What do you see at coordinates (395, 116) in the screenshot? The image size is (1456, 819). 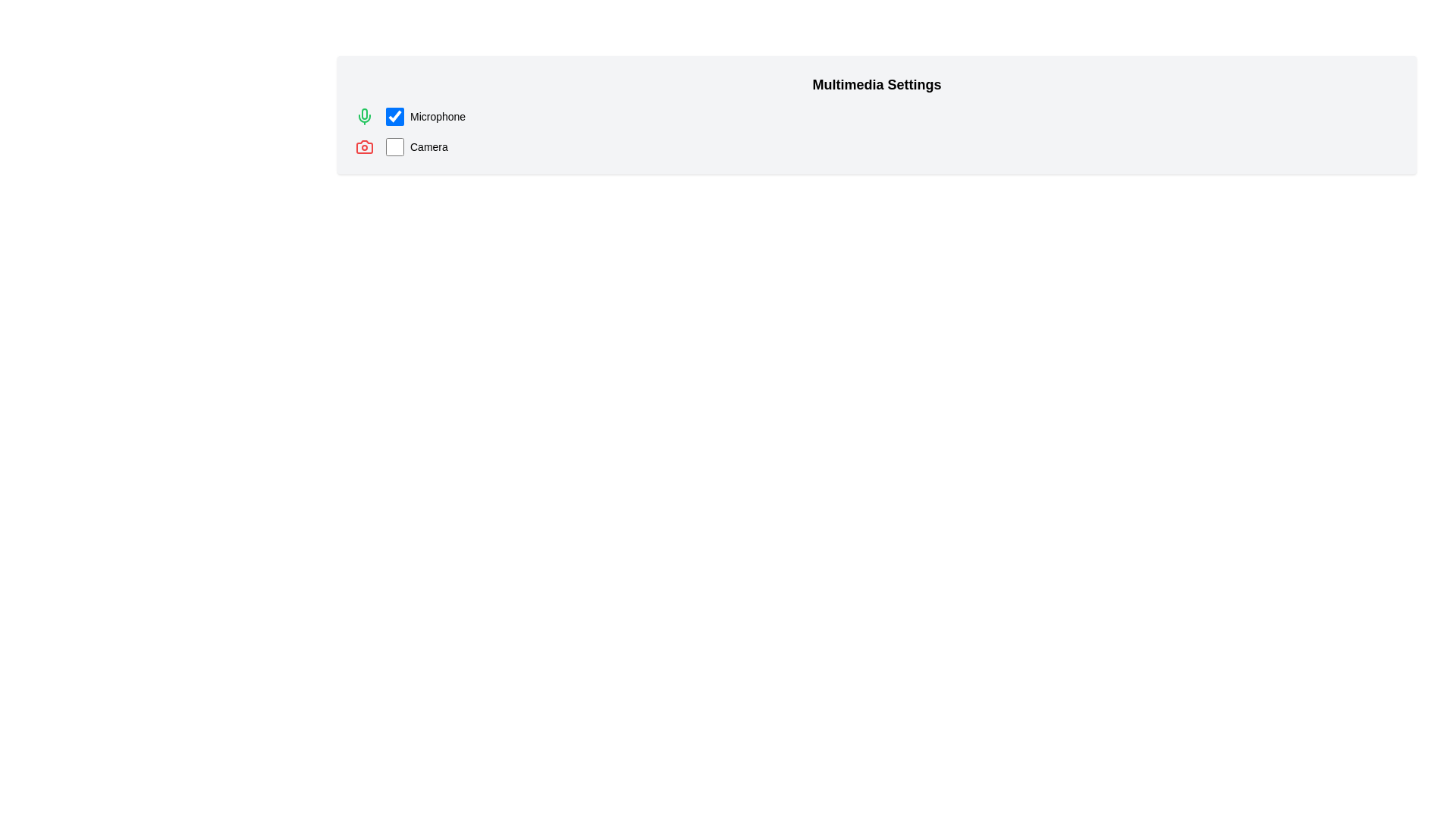 I see `the checkbox` at bounding box center [395, 116].